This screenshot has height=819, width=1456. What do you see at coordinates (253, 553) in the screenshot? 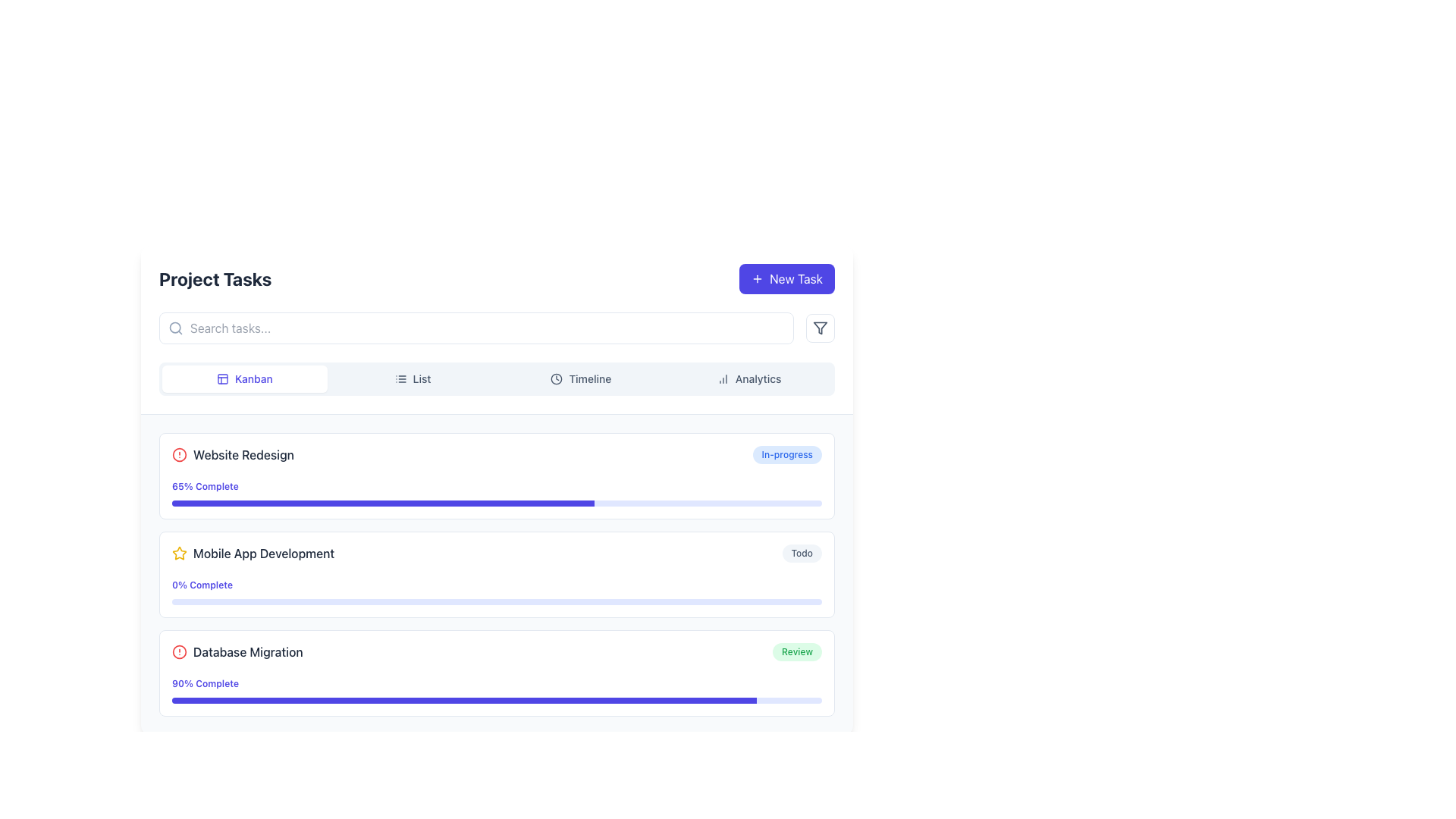
I see `the Task title label 'Mobile App Development' with a yellow-colored outlined star icon, which is the second task in the 'Project Tasks' section` at bounding box center [253, 553].